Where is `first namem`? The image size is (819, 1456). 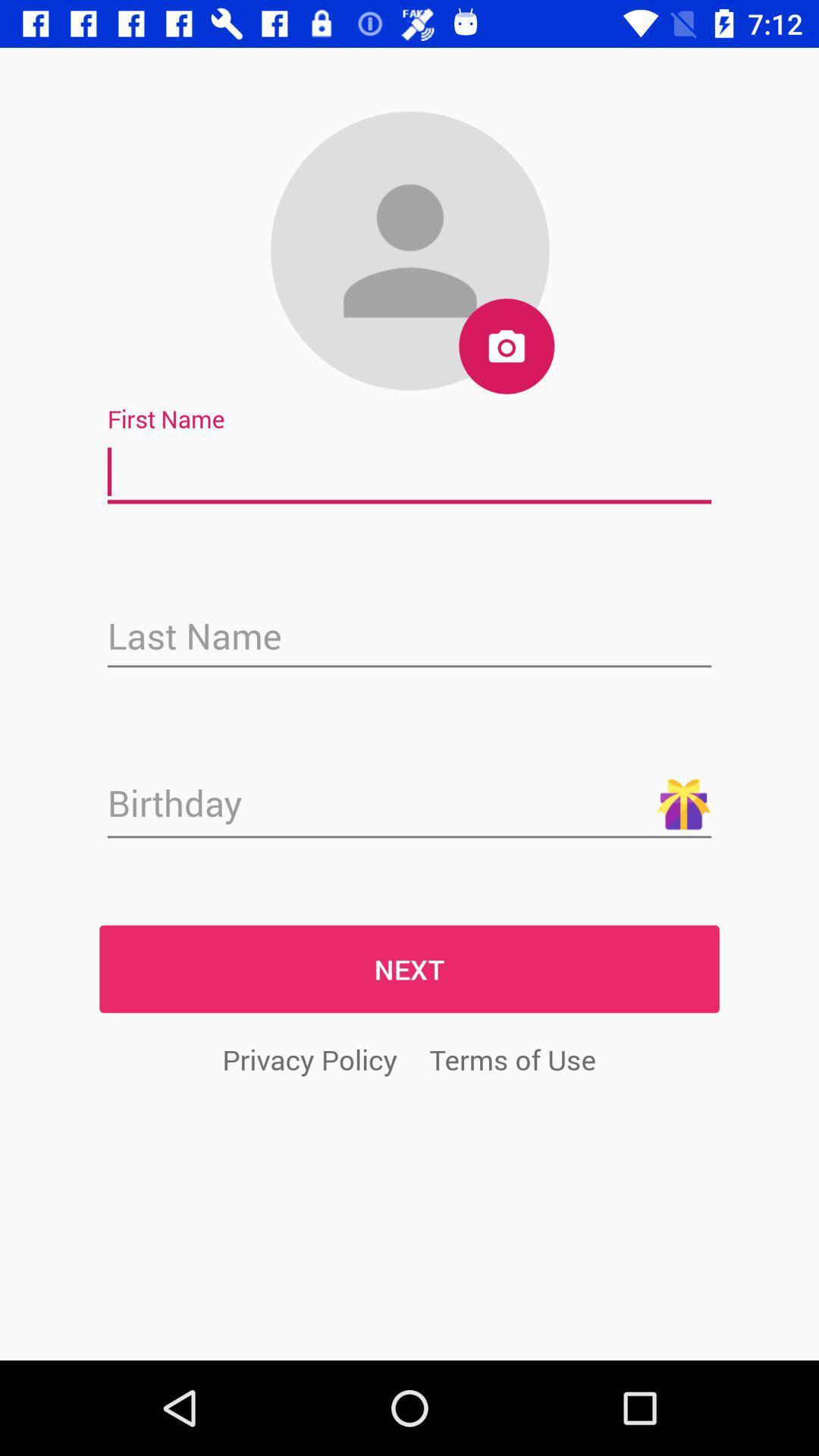 first namem is located at coordinates (409, 472).